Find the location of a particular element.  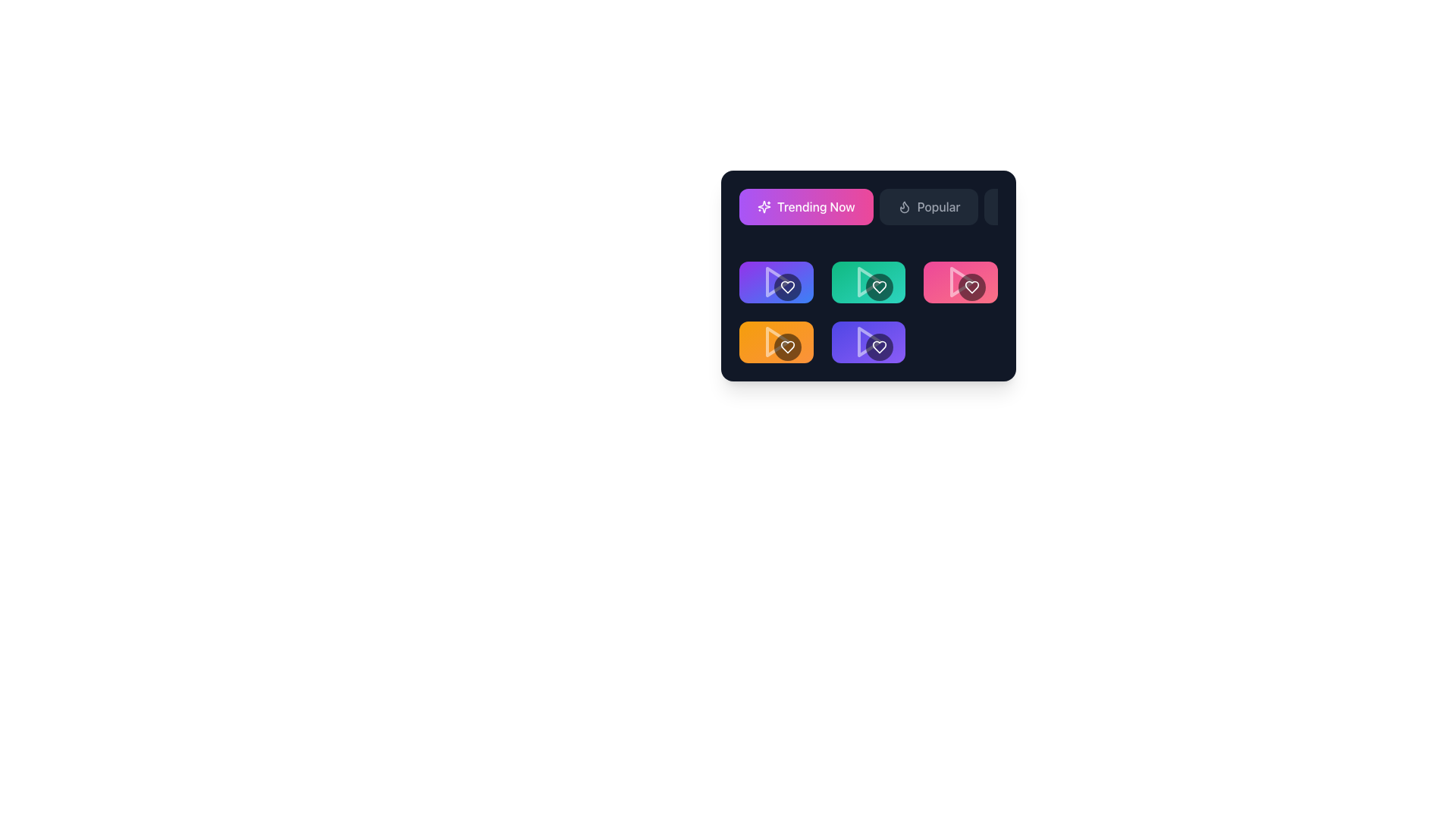

the heart-shaped icon located in the sixth colored card with an orange background is located at coordinates (787, 347).